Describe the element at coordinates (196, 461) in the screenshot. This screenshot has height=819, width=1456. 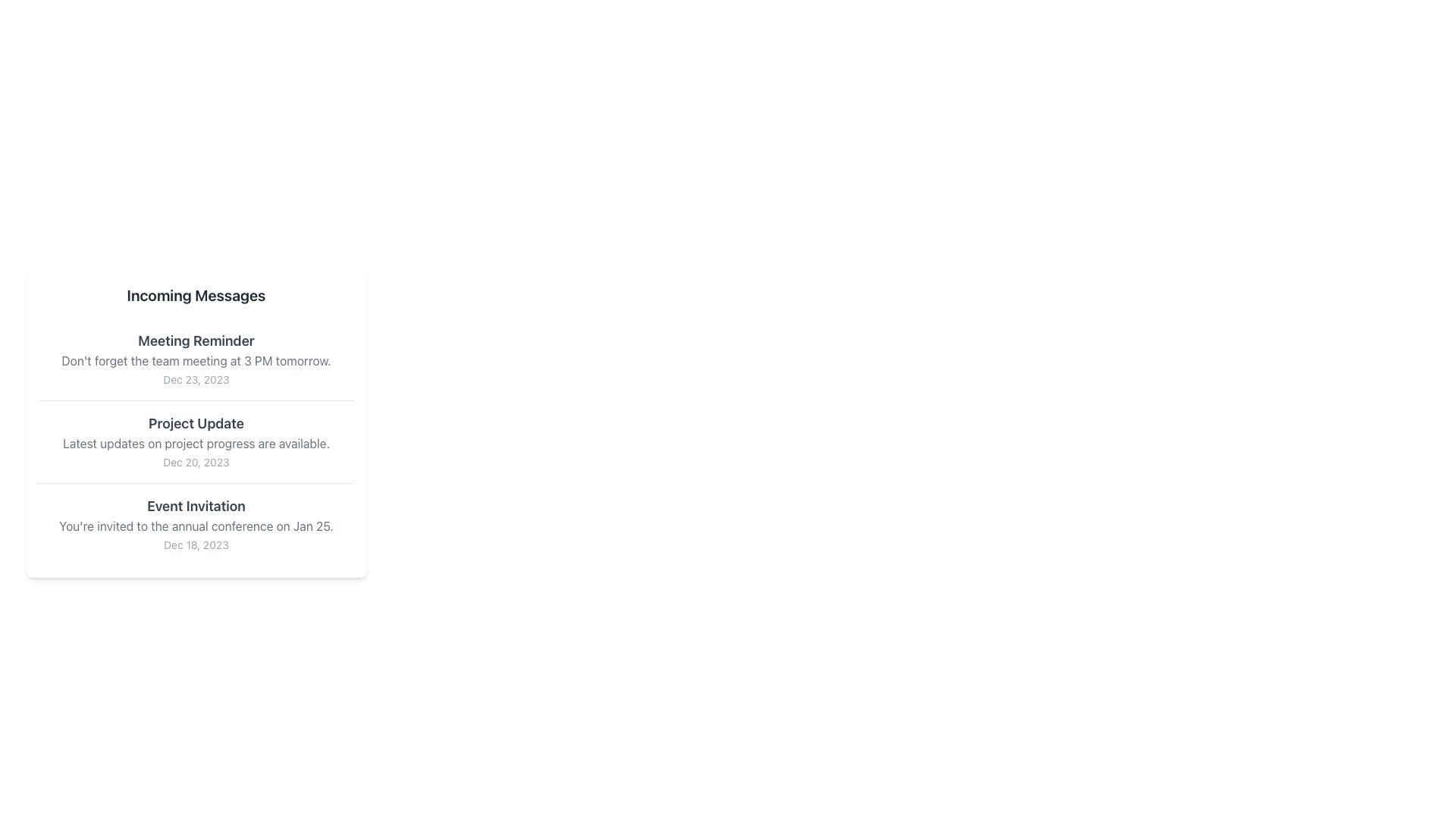
I see `date displayed in the text label showing 'Dec 20, 2023', which is located below the paragraph 'Latest updates on project progress are available.' and the header 'Project Update'` at that location.